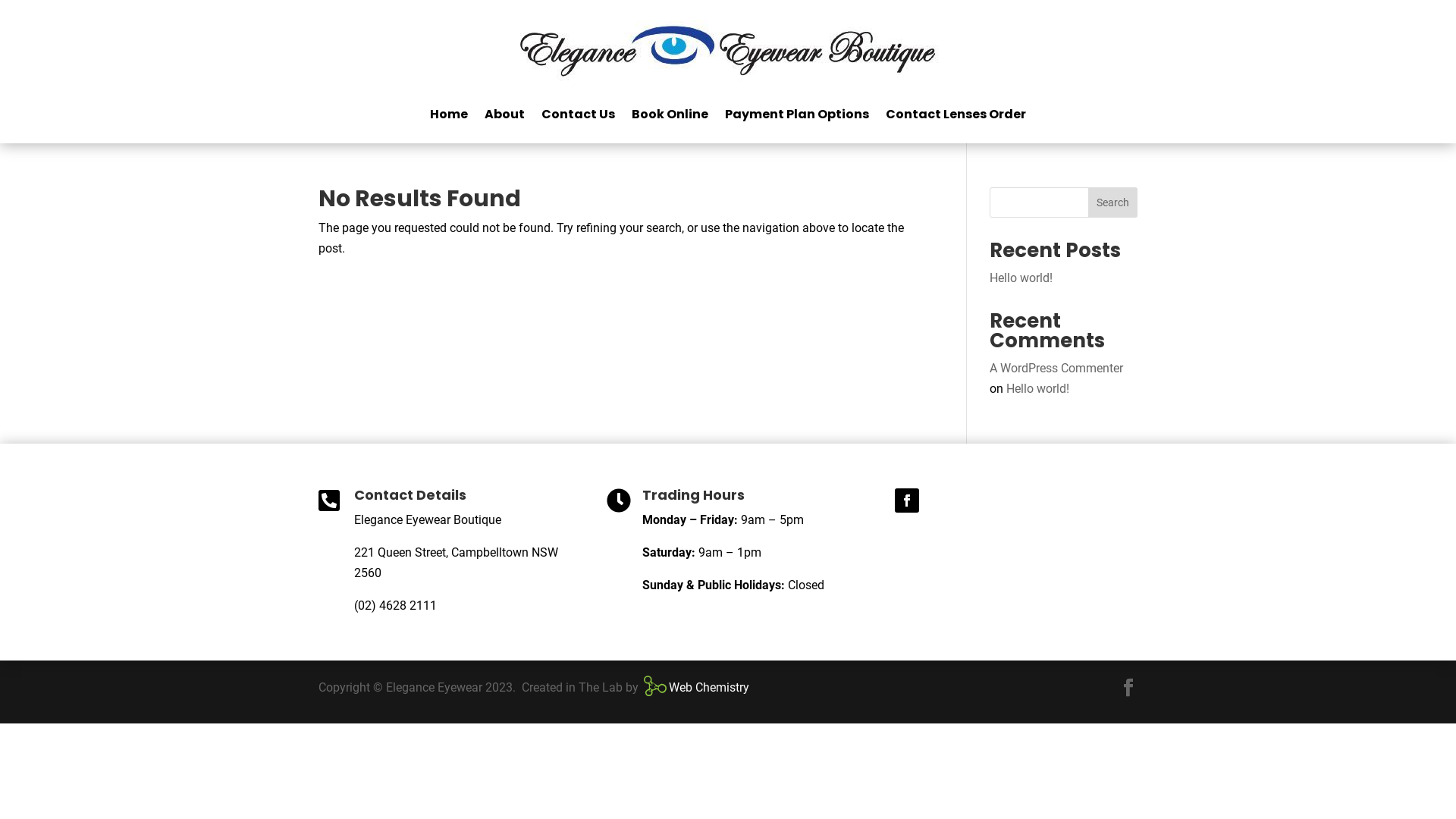 The image size is (1456, 819). What do you see at coordinates (504, 113) in the screenshot?
I see `'About'` at bounding box center [504, 113].